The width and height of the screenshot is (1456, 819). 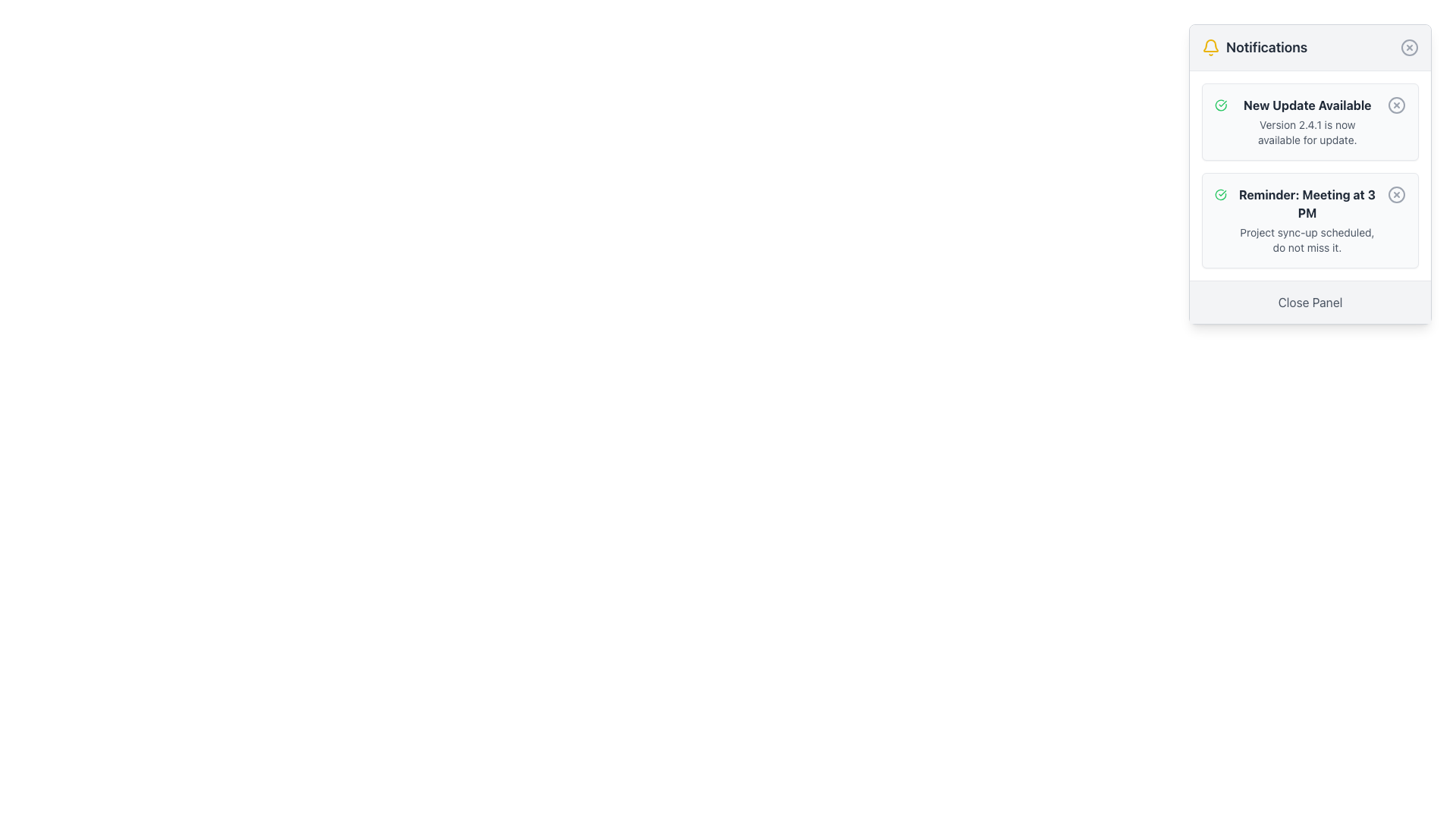 What do you see at coordinates (1310, 302) in the screenshot?
I see `the 'Close Panel' button, which is a rectangular button with rounded edges and a light gray background located at the bottom of the notification panel` at bounding box center [1310, 302].